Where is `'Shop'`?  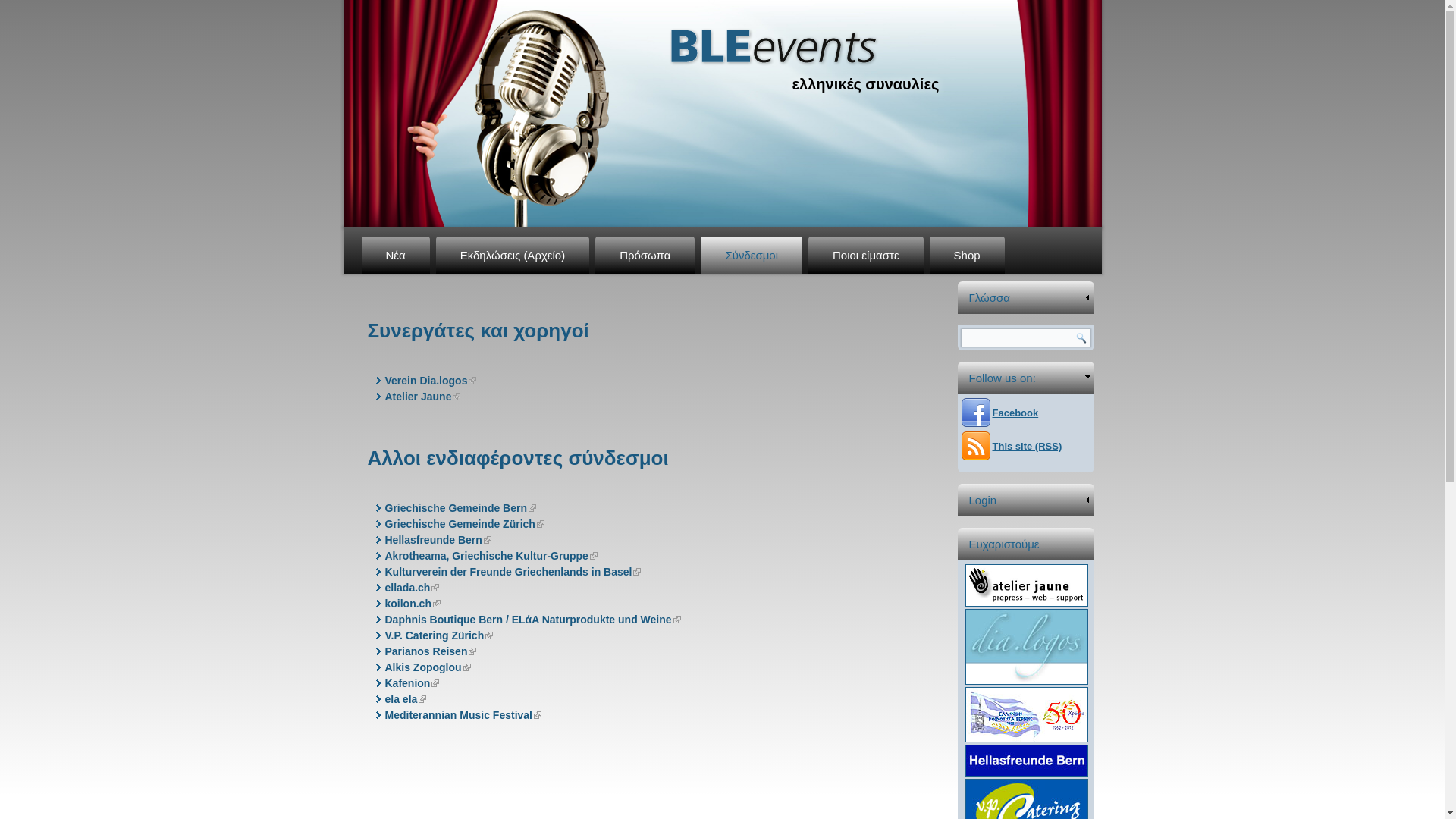 'Shop' is located at coordinates (966, 254).